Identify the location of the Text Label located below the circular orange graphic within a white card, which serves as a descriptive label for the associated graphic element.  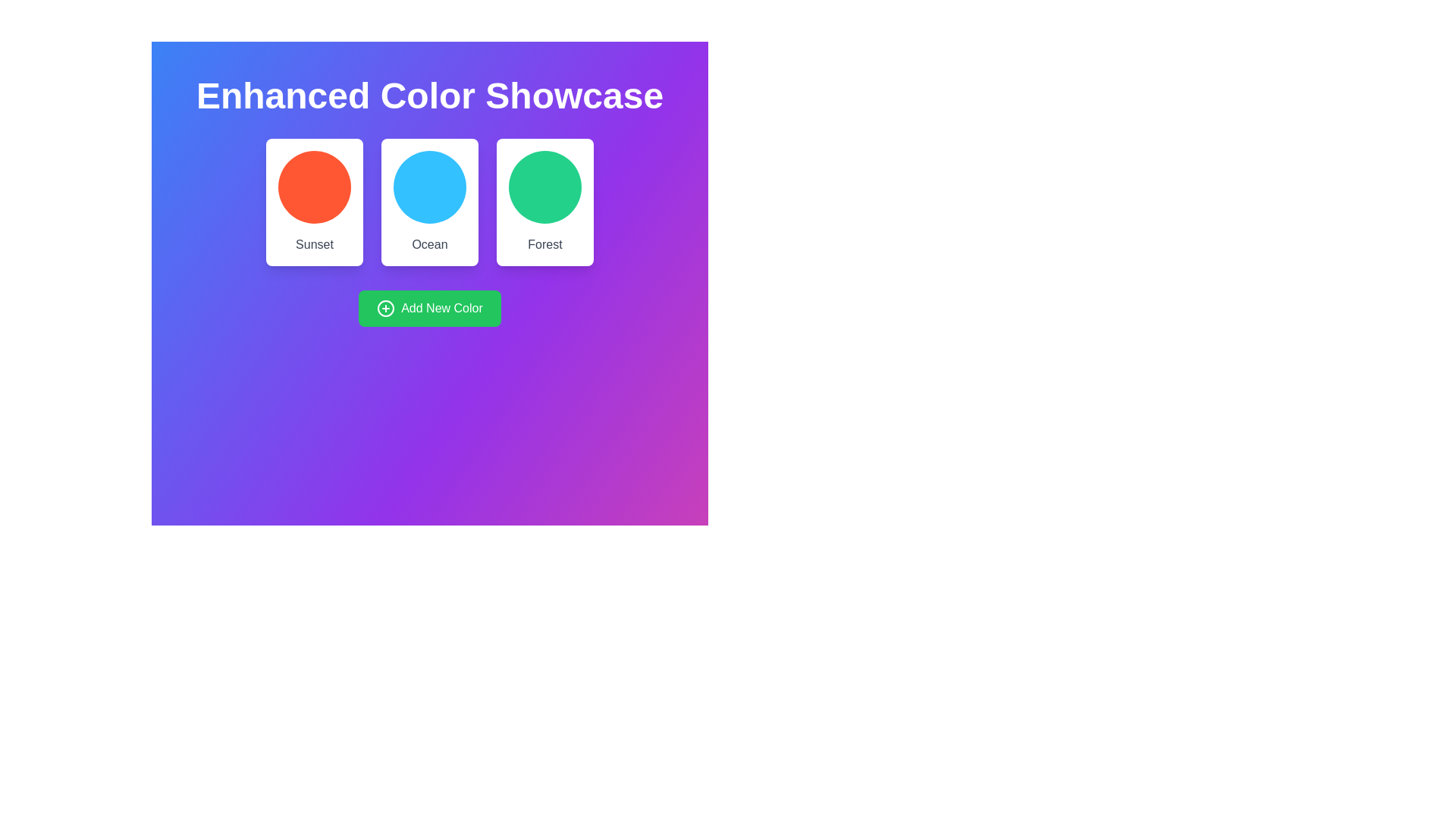
(313, 244).